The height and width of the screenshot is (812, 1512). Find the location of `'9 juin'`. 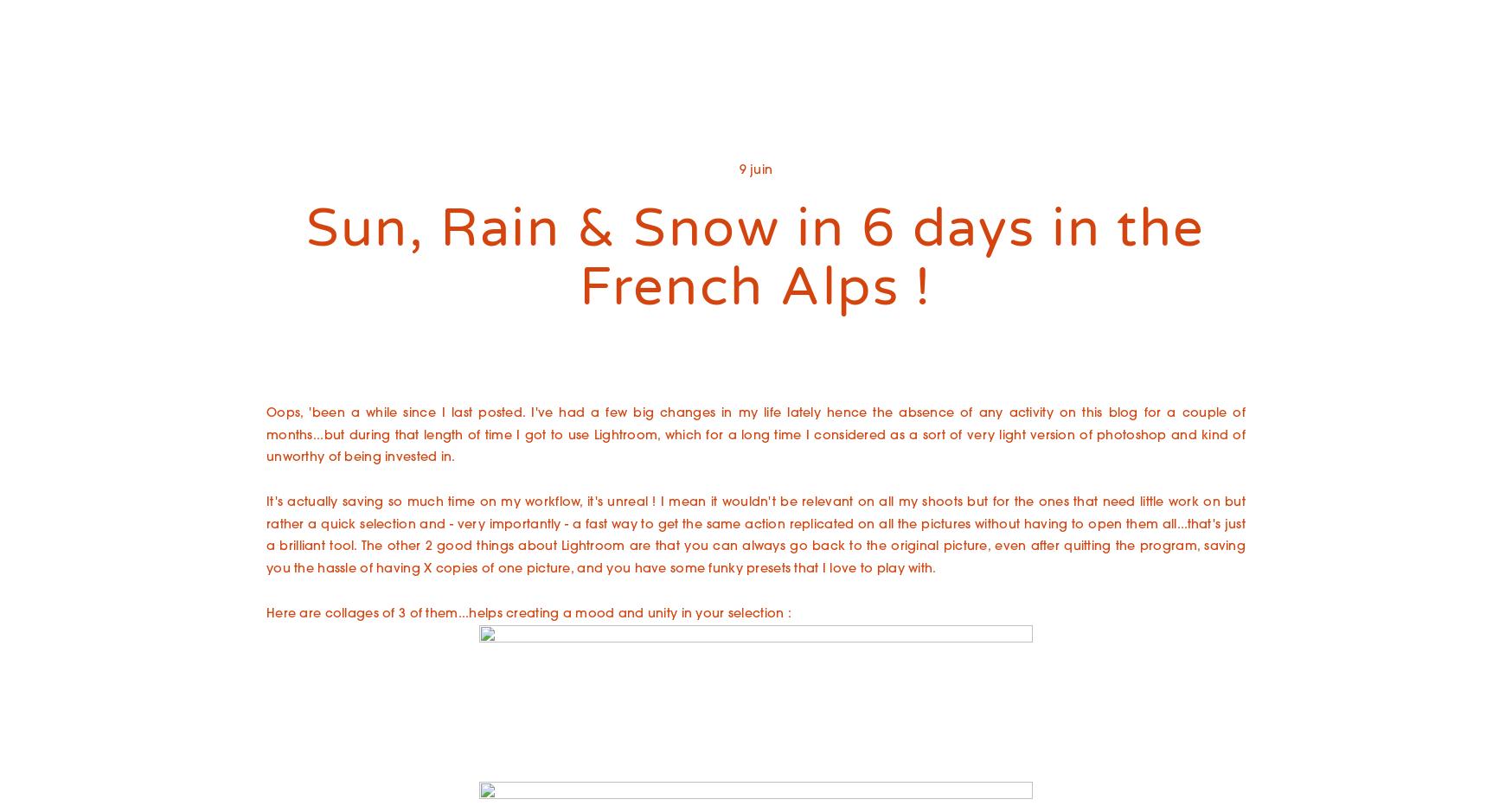

'9 juin' is located at coordinates (739, 169).